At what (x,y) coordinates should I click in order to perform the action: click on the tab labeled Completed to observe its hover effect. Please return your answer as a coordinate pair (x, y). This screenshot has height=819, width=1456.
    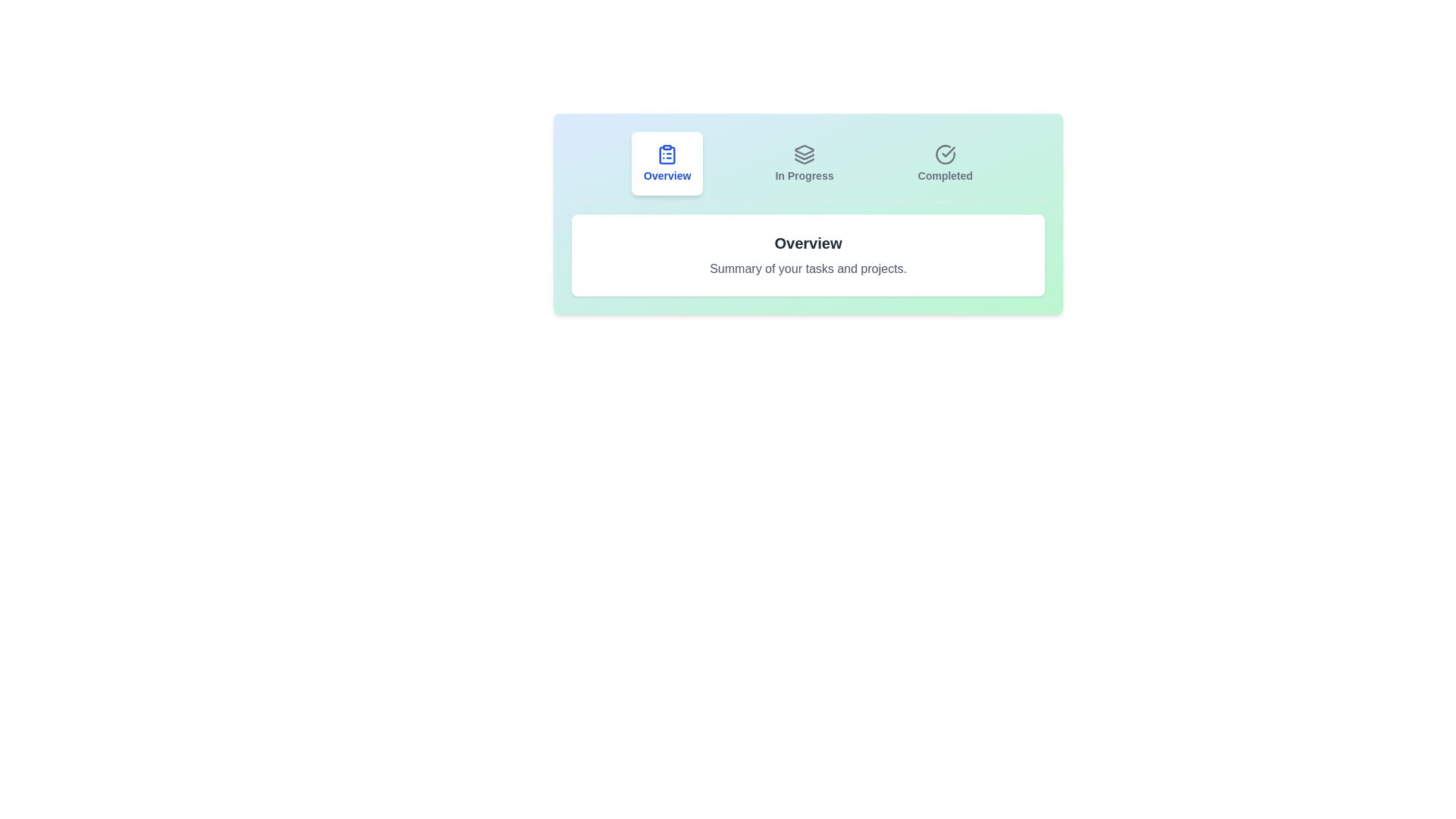
    Looking at the image, I should click on (944, 164).